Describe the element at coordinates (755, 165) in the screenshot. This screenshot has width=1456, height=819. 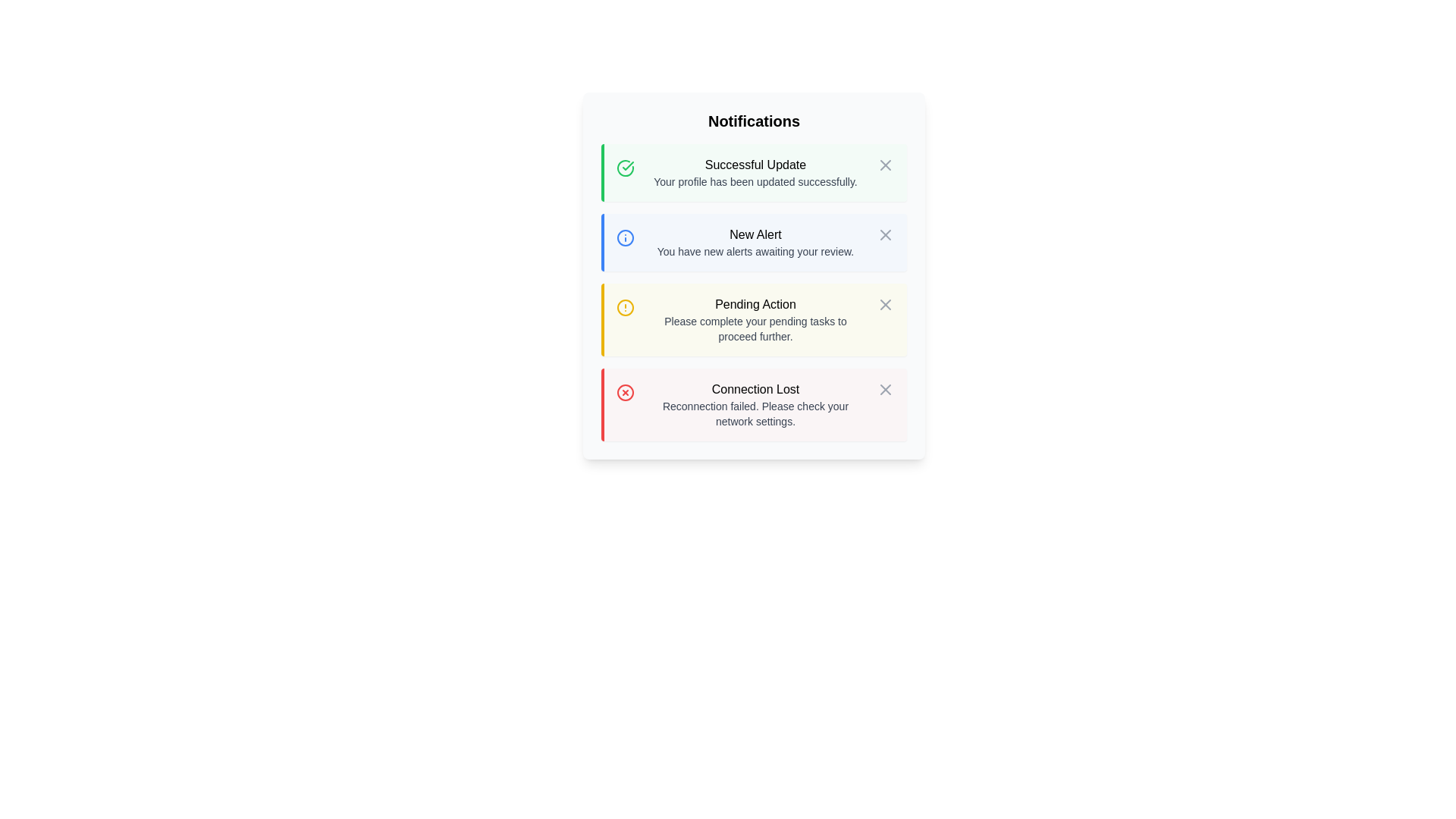
I see `the success notification title text label that informs the user their profile update has been successfully completed` at that location.